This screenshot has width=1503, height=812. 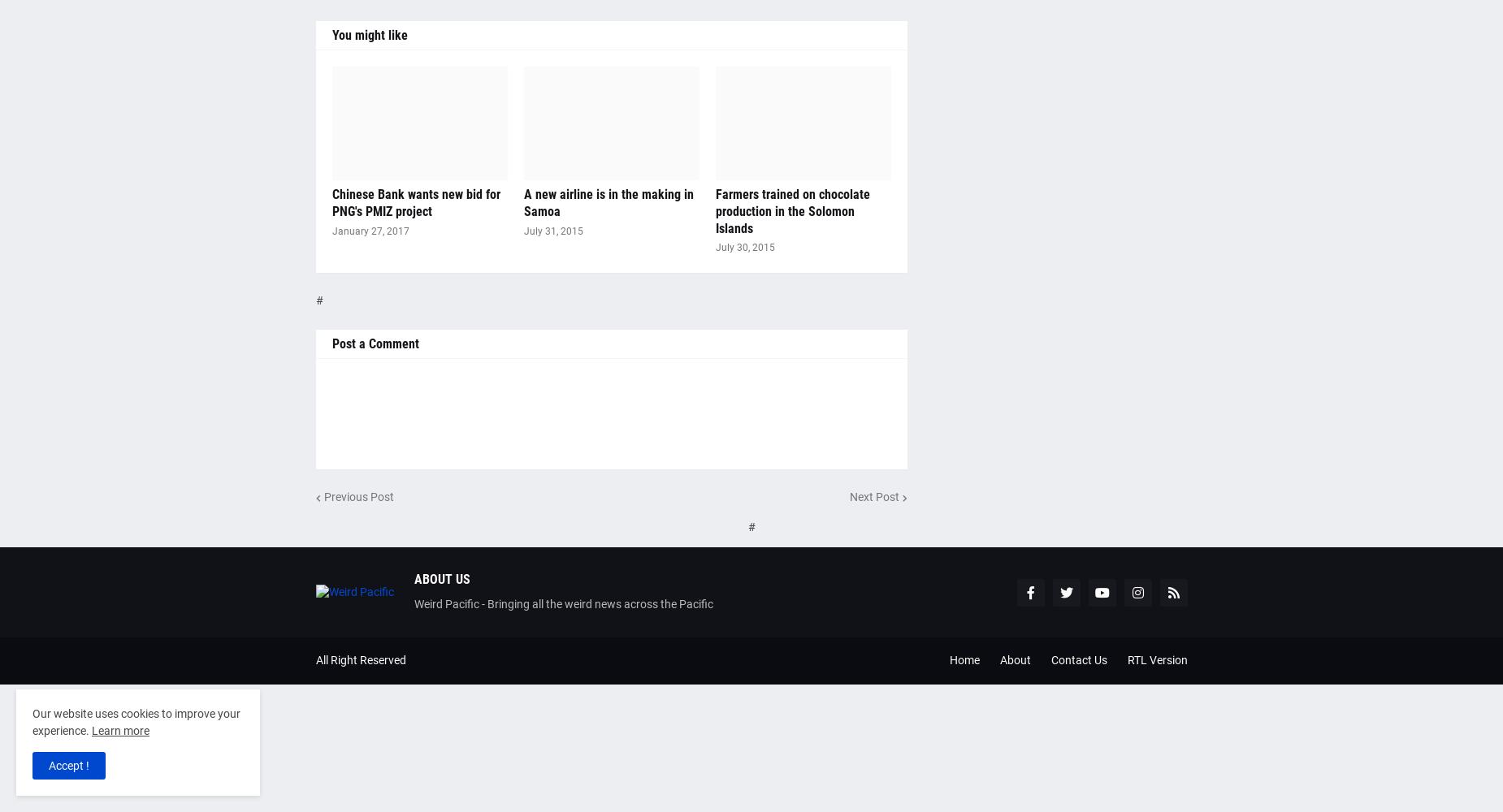 I want to click on 'You might like', so click(x=368, y=34).